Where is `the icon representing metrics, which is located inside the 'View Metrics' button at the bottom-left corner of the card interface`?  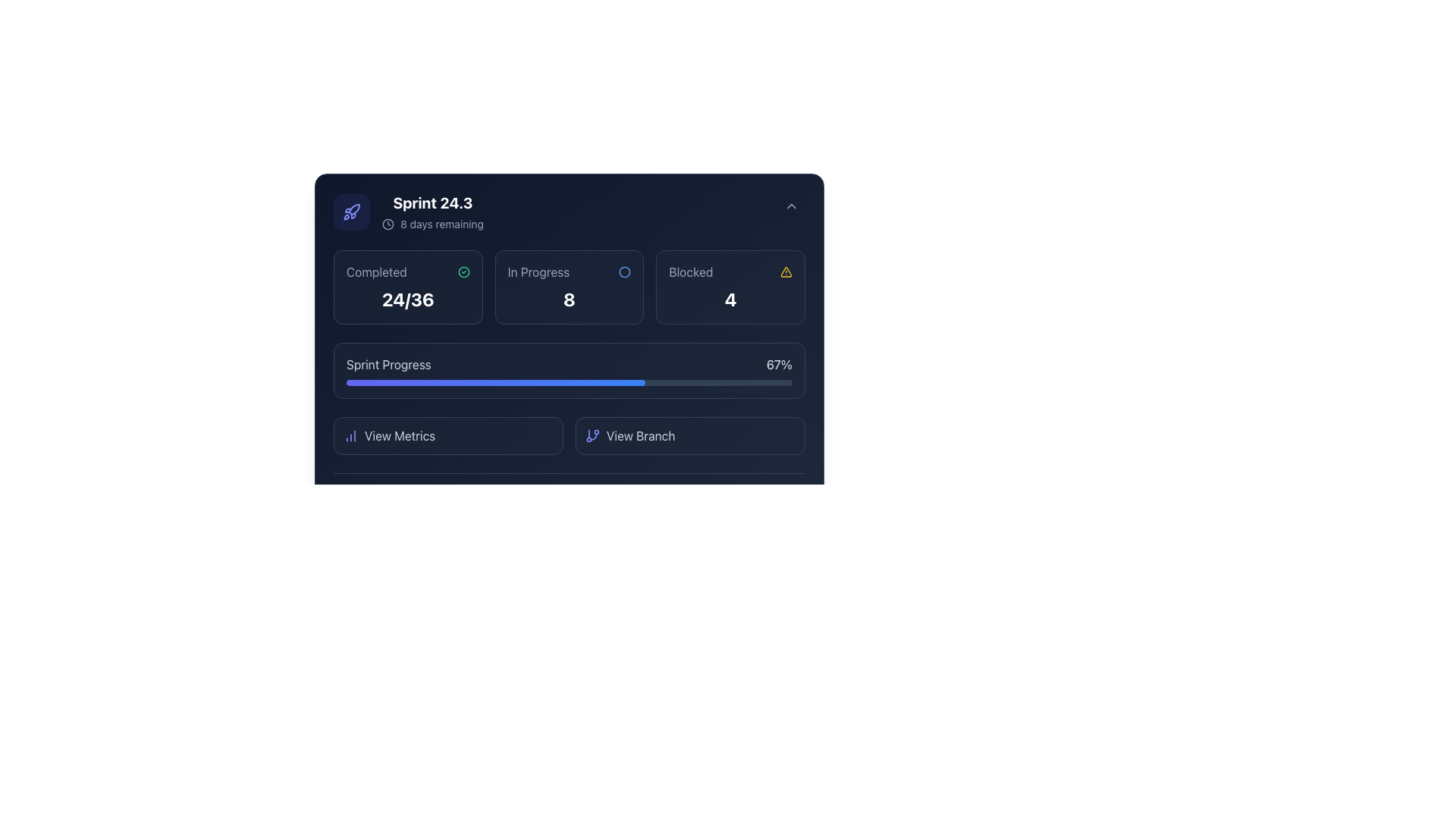
the icon representing metrics, which is located inside the 'View Metrics' button at the bottom-left corner of the card interface is located at coordinates (350, 435).